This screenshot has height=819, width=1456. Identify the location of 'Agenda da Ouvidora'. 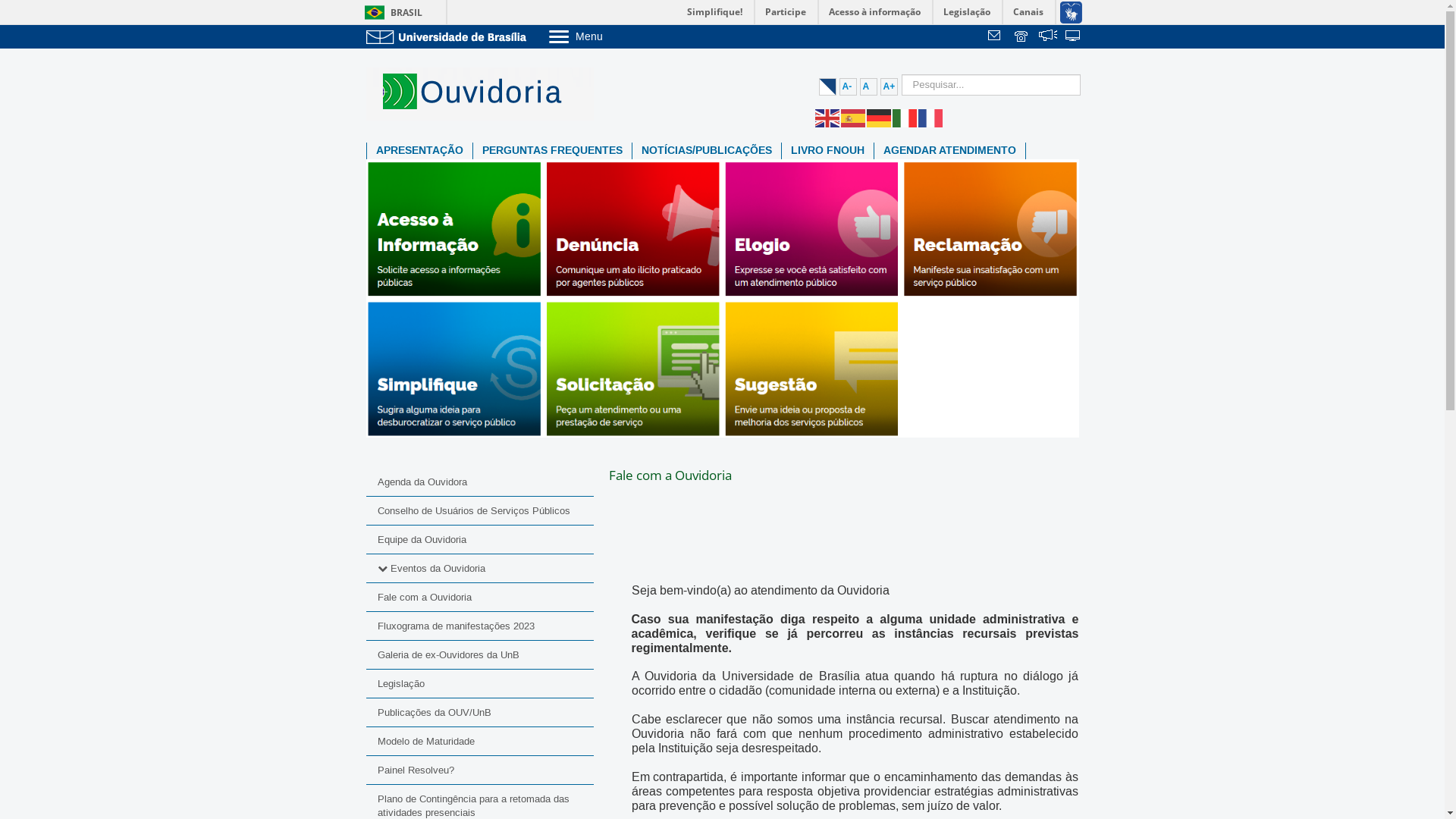
(479, 482).